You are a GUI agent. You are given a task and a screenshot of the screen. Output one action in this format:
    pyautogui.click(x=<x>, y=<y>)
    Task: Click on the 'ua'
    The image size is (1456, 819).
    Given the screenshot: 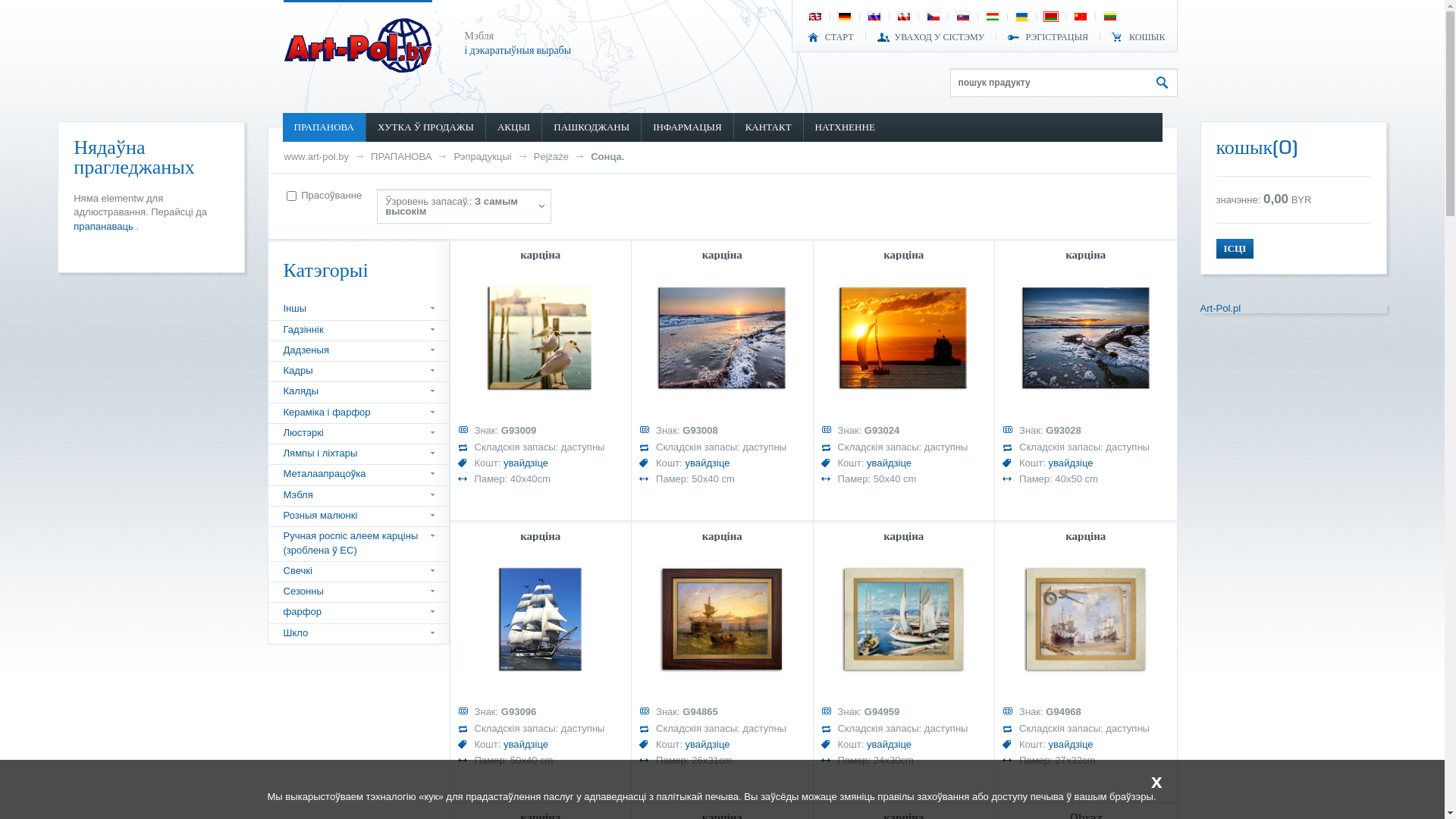 What is the action you would take?
    pyautogui.click(x=1015, y=17)
    